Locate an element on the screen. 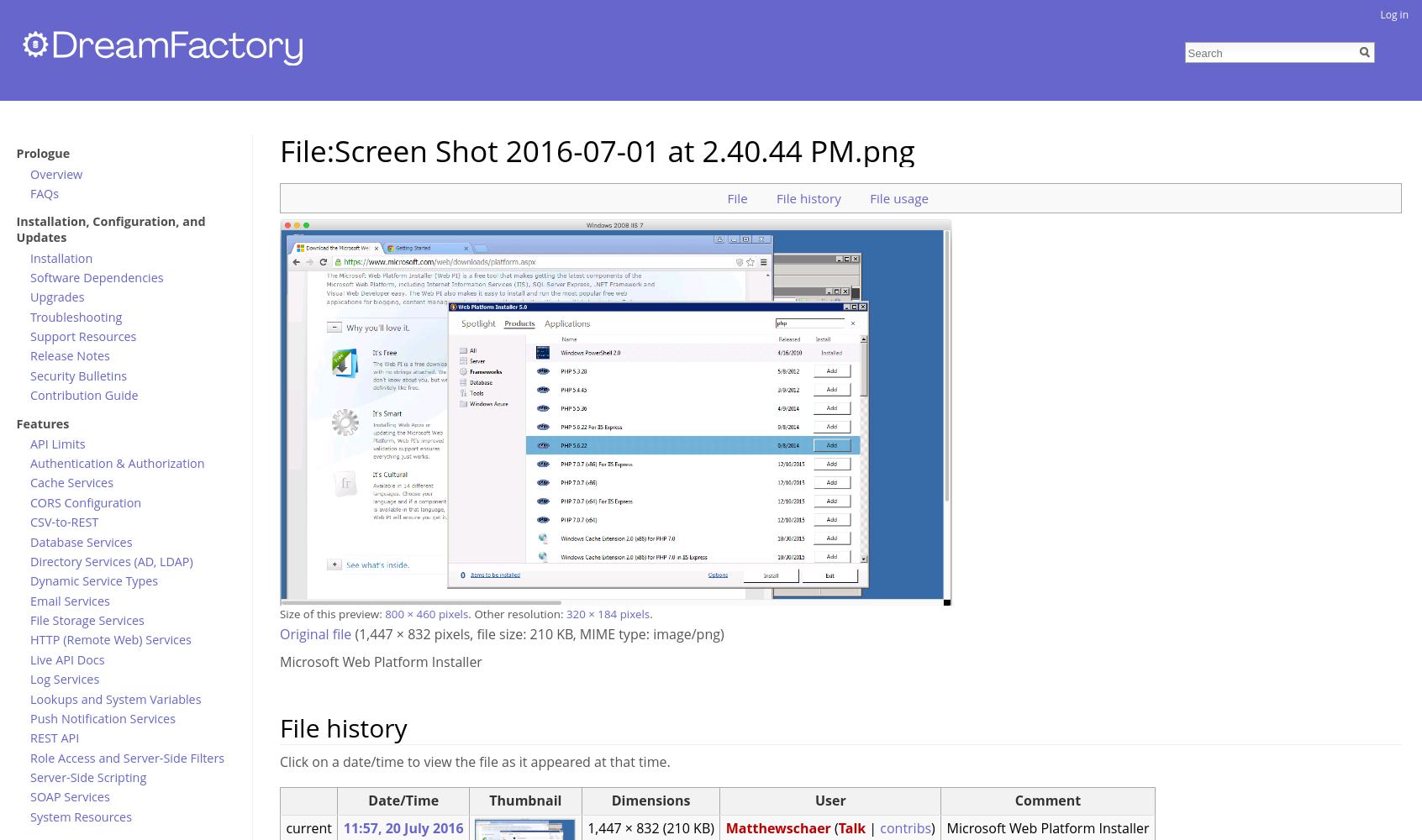  'Dimensions' is located at coordinates (649, 799).